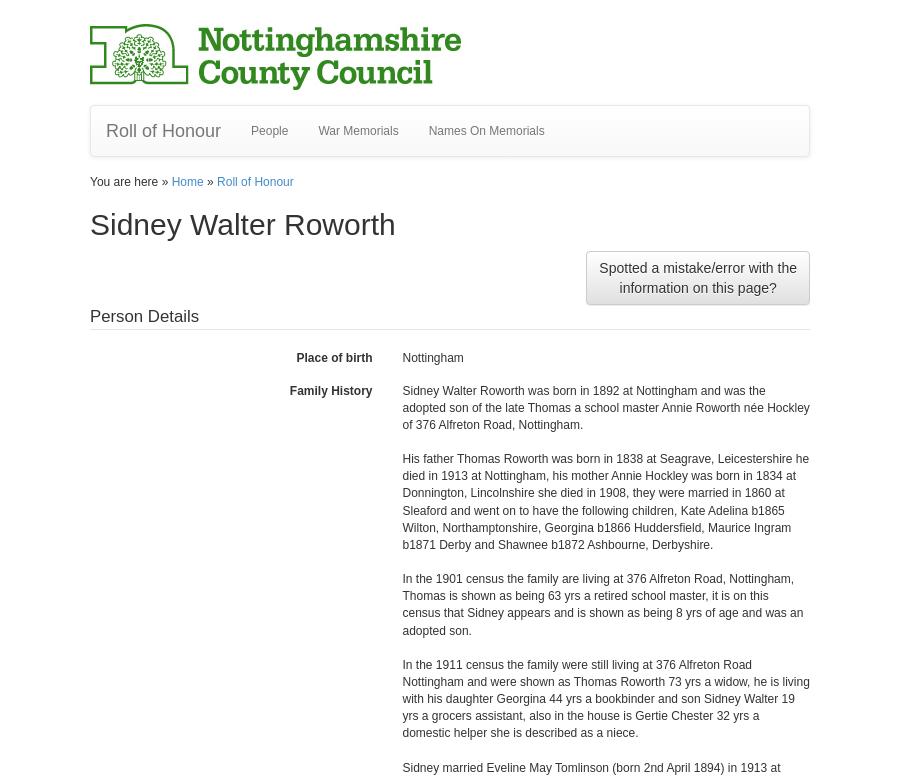 This screenshot has height=776, width=900. Describe the element at coordinates (187, 180) in the screenshot. I see `'Home'` at that location.